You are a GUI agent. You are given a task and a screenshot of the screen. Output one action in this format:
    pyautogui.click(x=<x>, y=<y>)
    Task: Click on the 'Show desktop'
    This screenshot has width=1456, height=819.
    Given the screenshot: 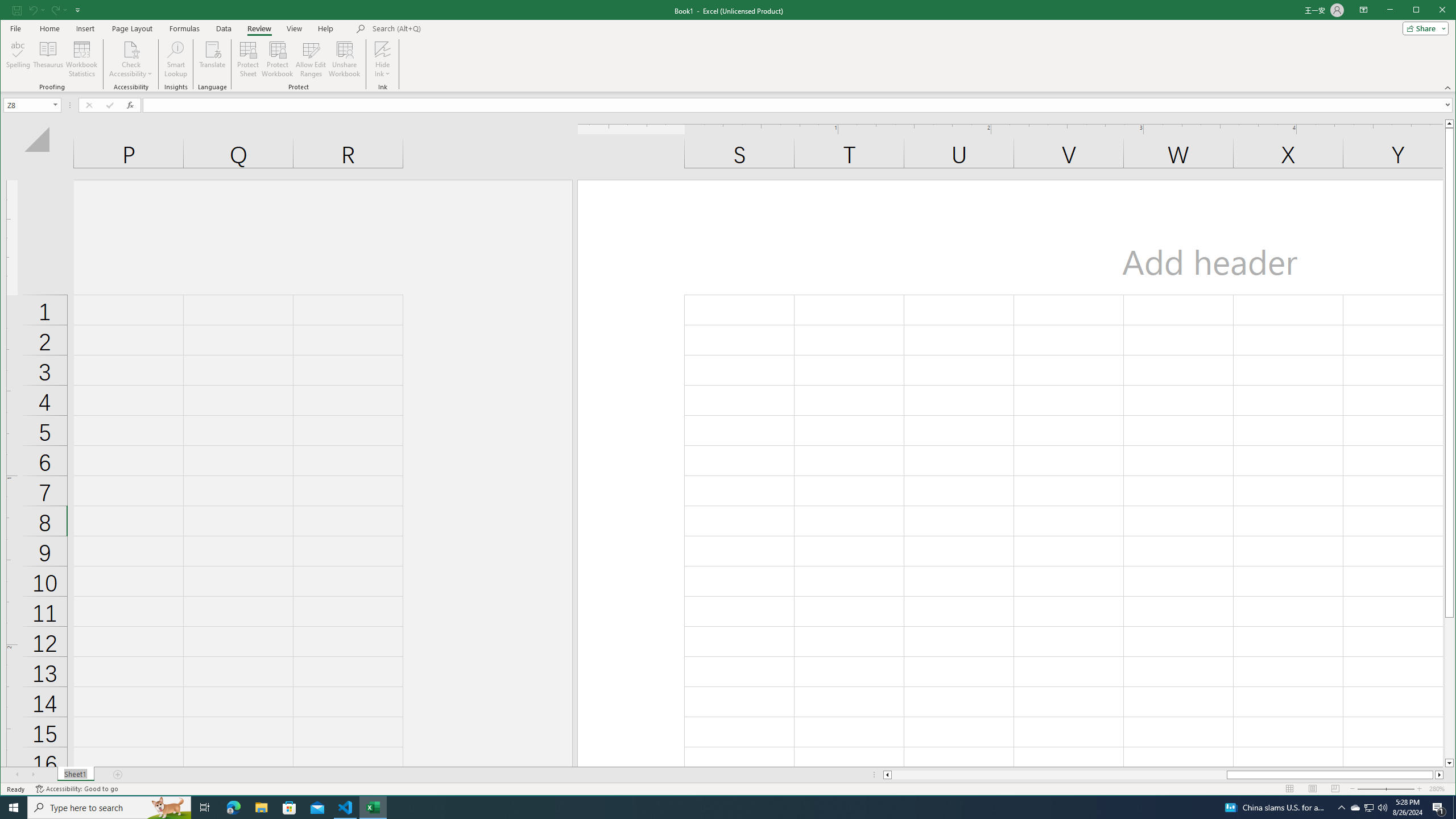 What is the action you would take?
    pyautogui.click(x=1454, y=806)
    